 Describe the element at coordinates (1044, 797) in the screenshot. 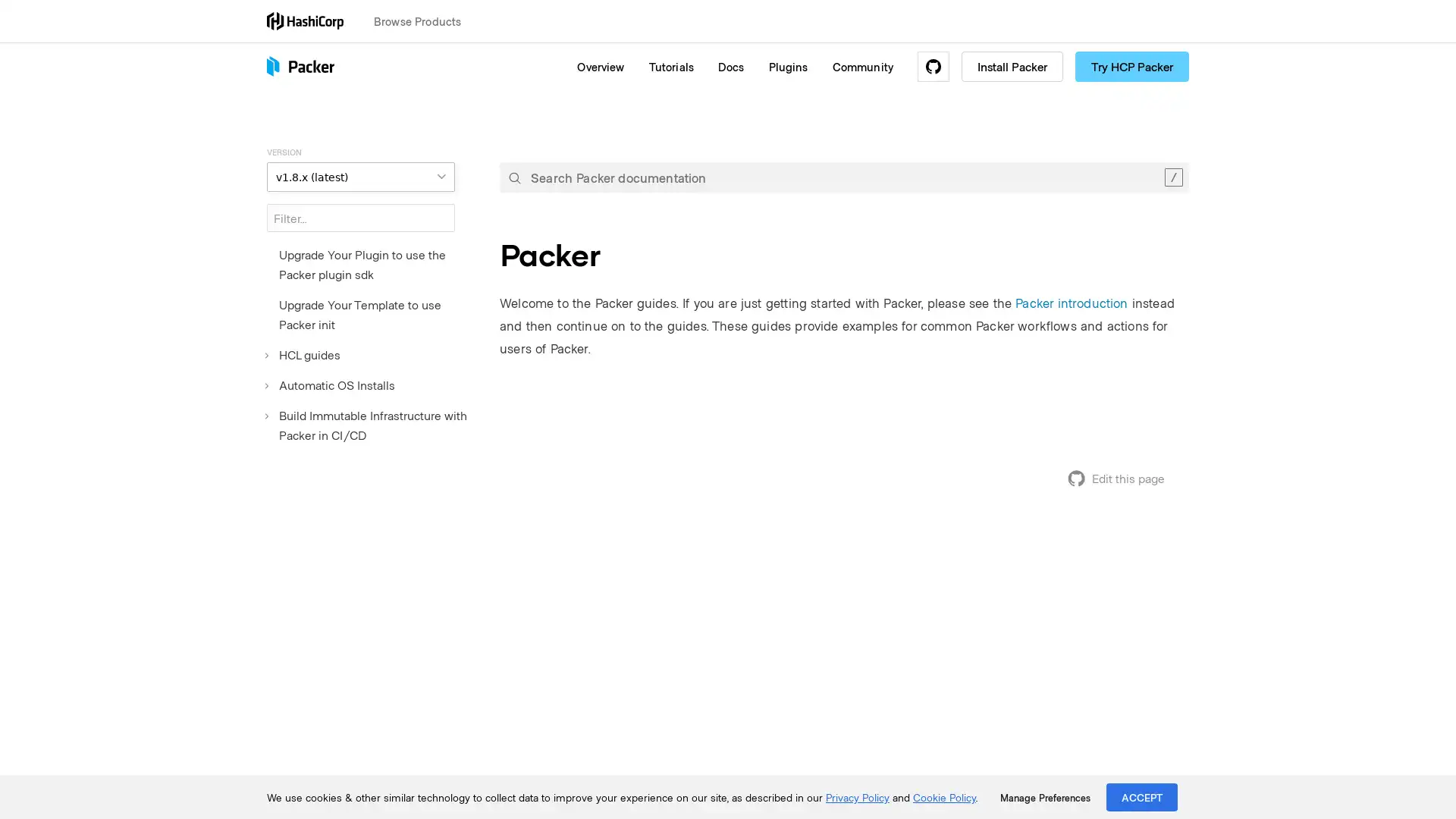

I see `Manage Preferences` at that location.